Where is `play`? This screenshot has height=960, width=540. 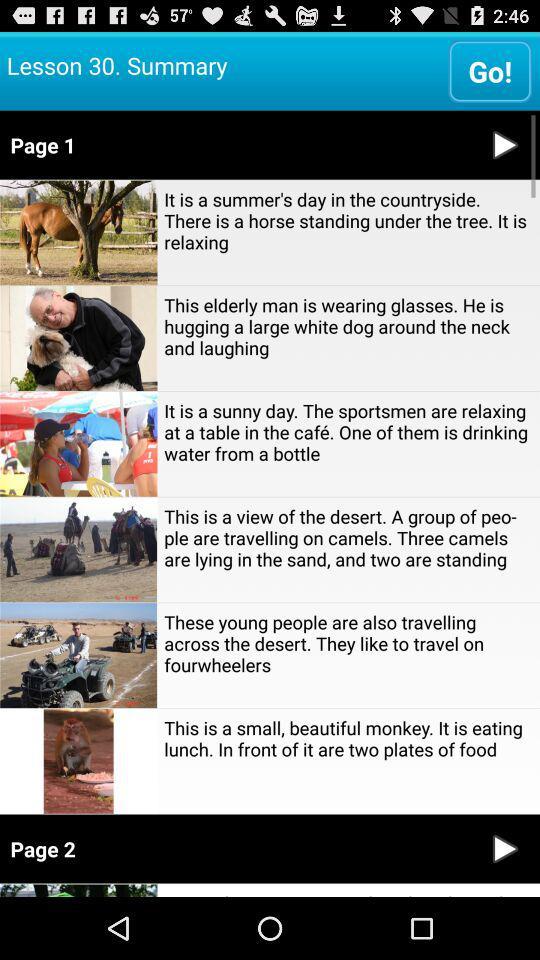
play is located at coordinates (504, 848).